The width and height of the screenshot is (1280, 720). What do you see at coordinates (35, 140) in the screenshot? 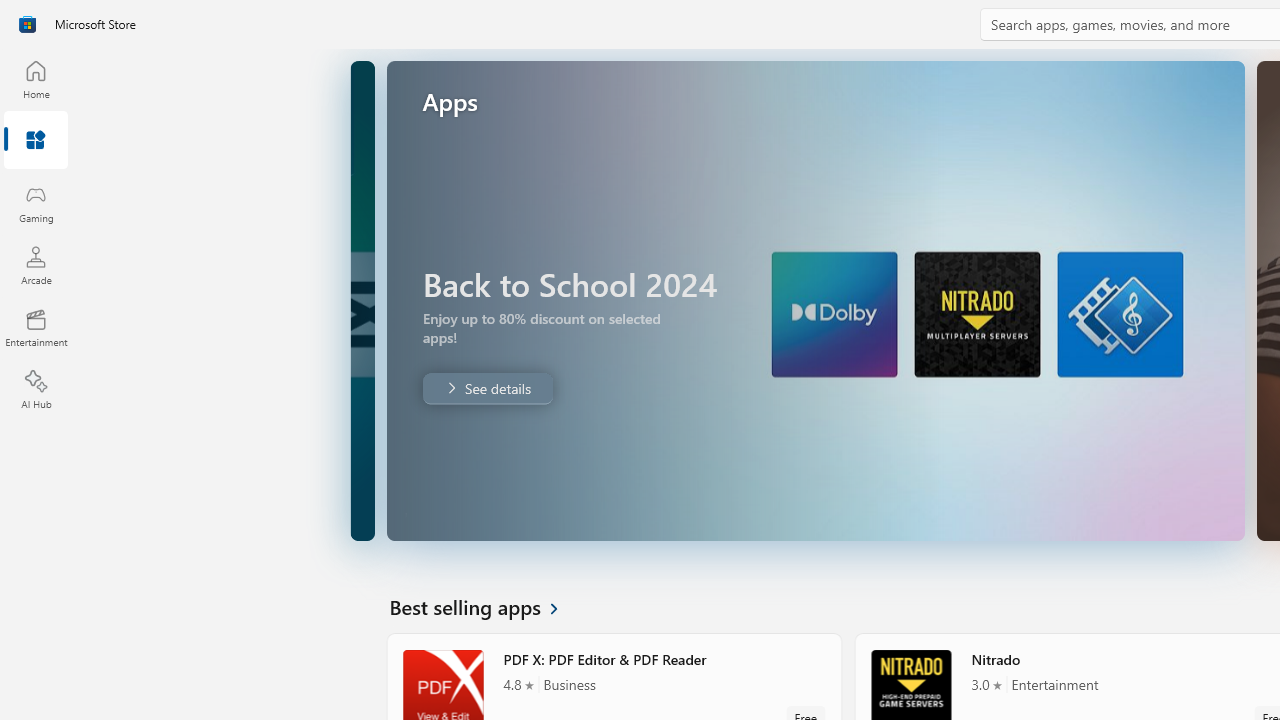
I see `'Apps'` at bounding box center [35, 140].